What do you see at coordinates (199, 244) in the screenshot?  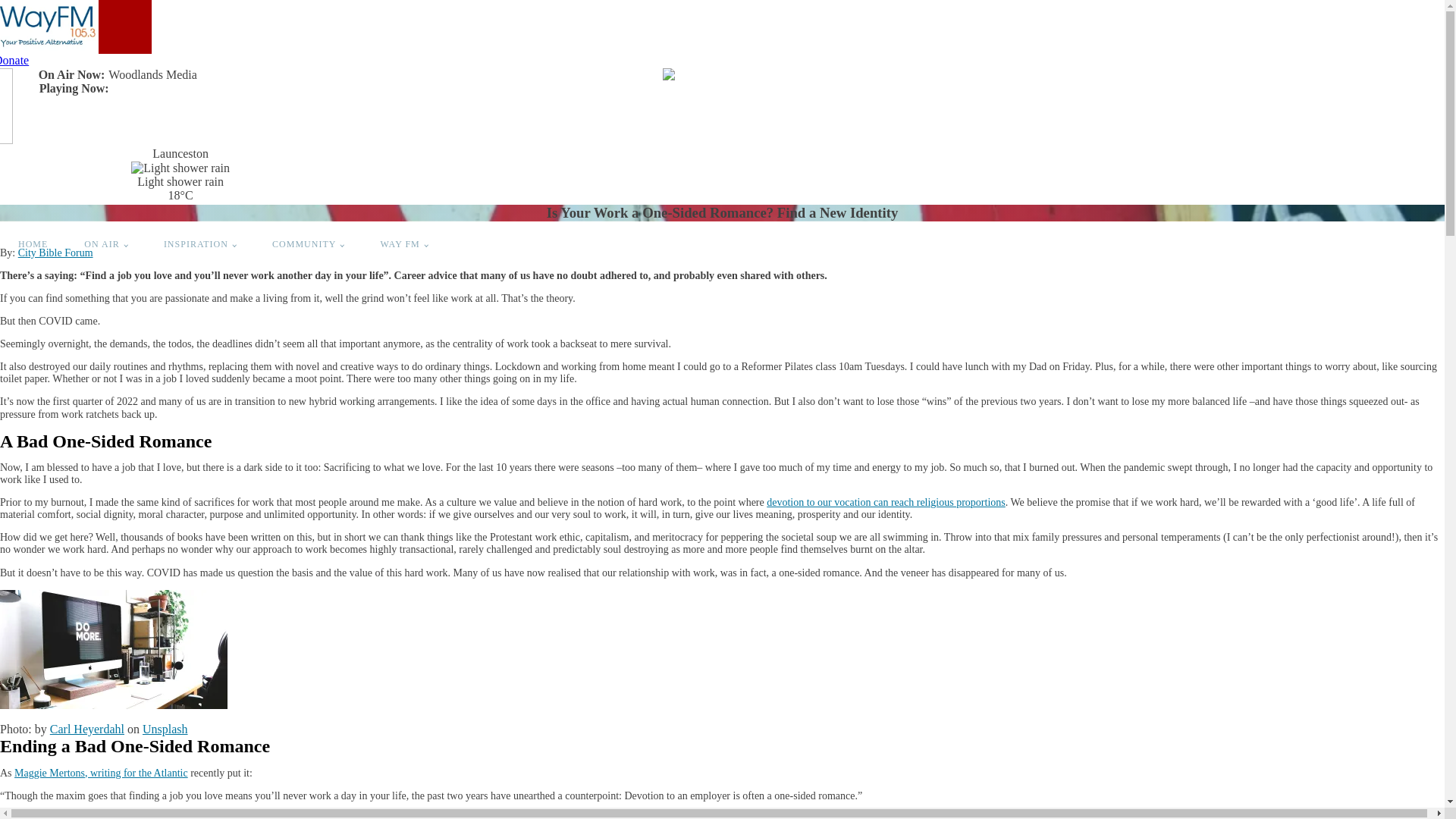 I see `'INSPIRATION'` at bounding box center [199, 244].